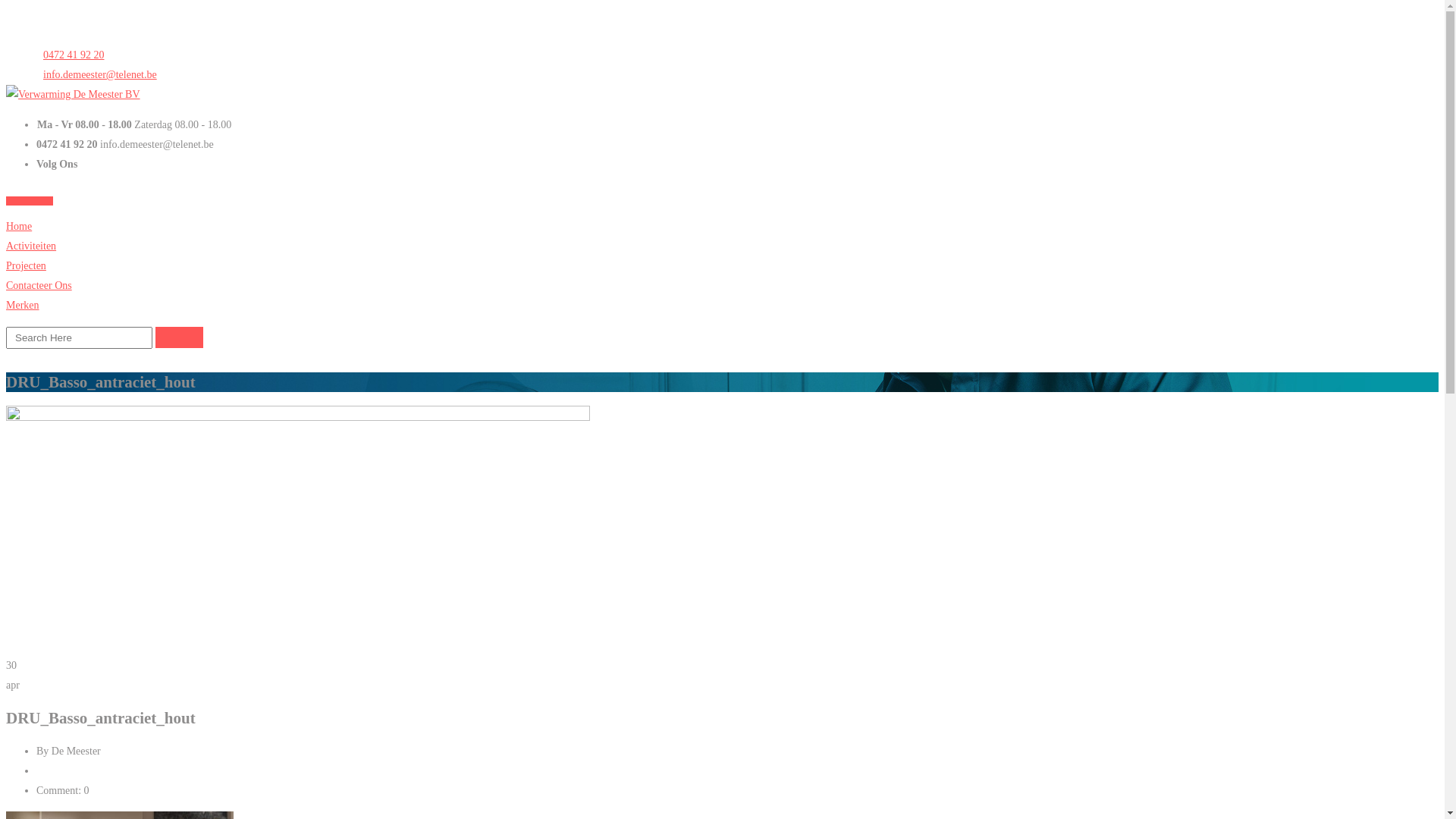  What do you see at coordinates (31, 245) in the screenshot?
I see `'Activiteiten'` at bounding box center [31, 245].